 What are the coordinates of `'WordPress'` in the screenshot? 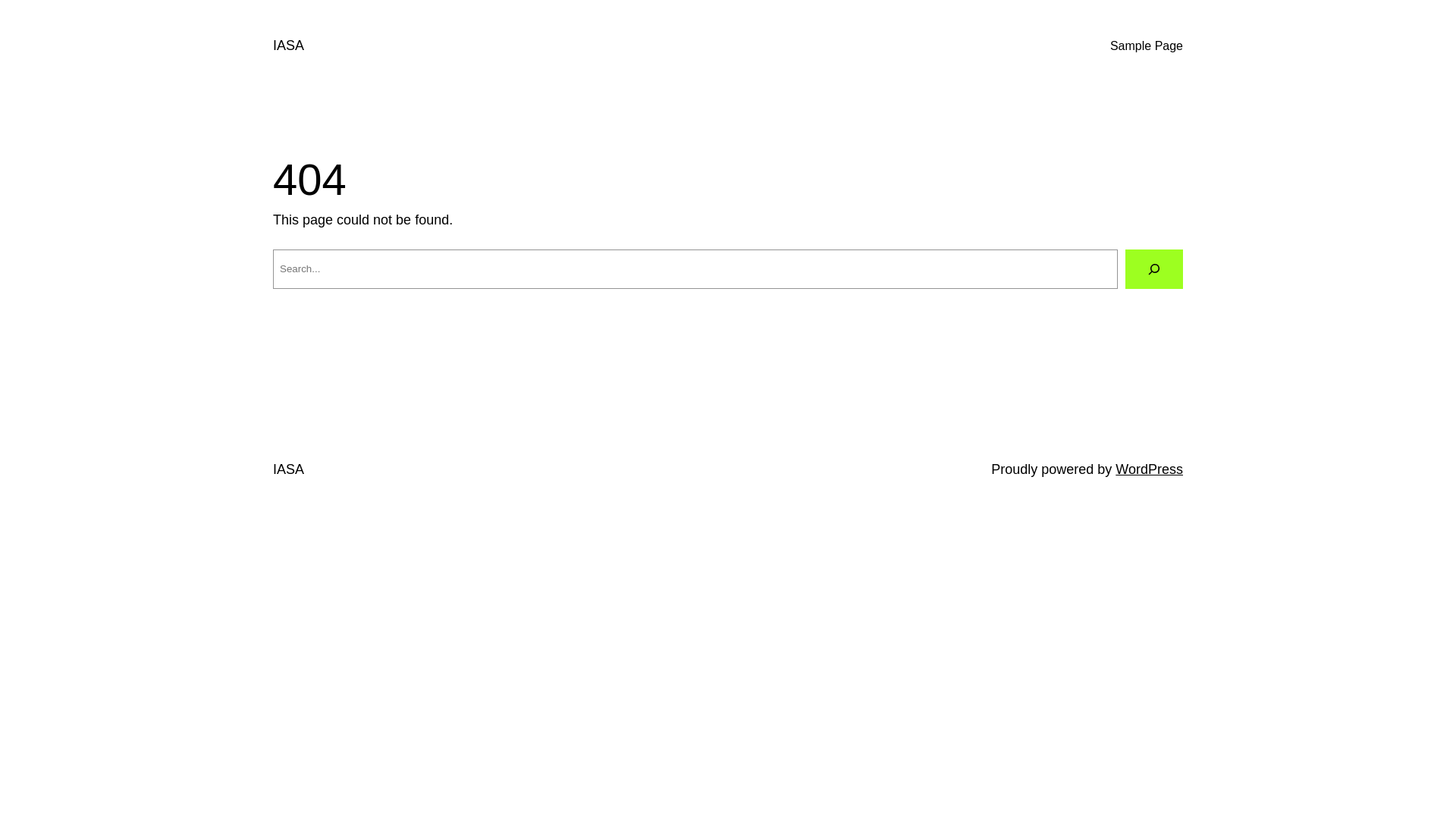 It's located at (1149, 468).